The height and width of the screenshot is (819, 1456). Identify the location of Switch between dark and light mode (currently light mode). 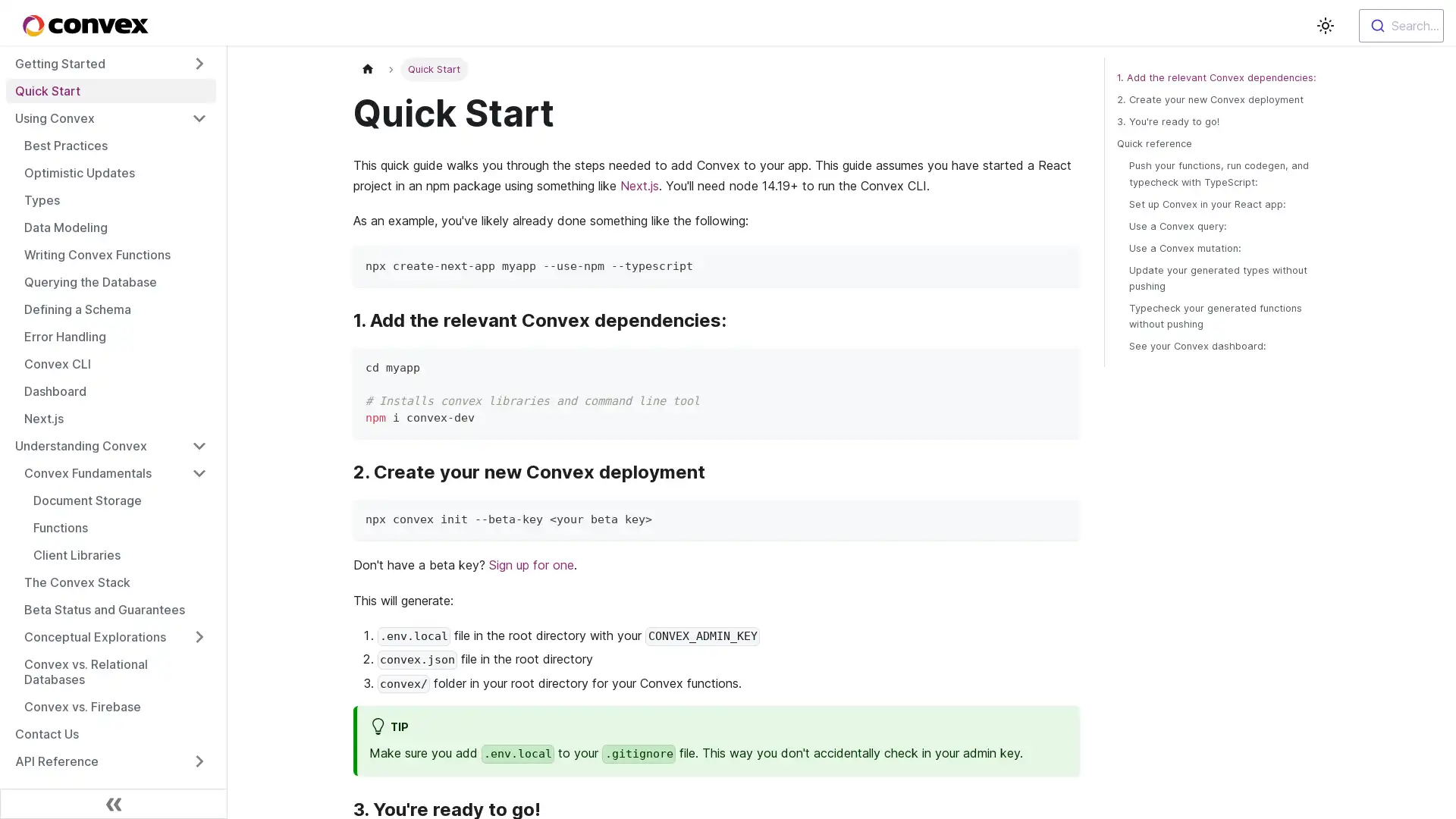
(1324, 26).